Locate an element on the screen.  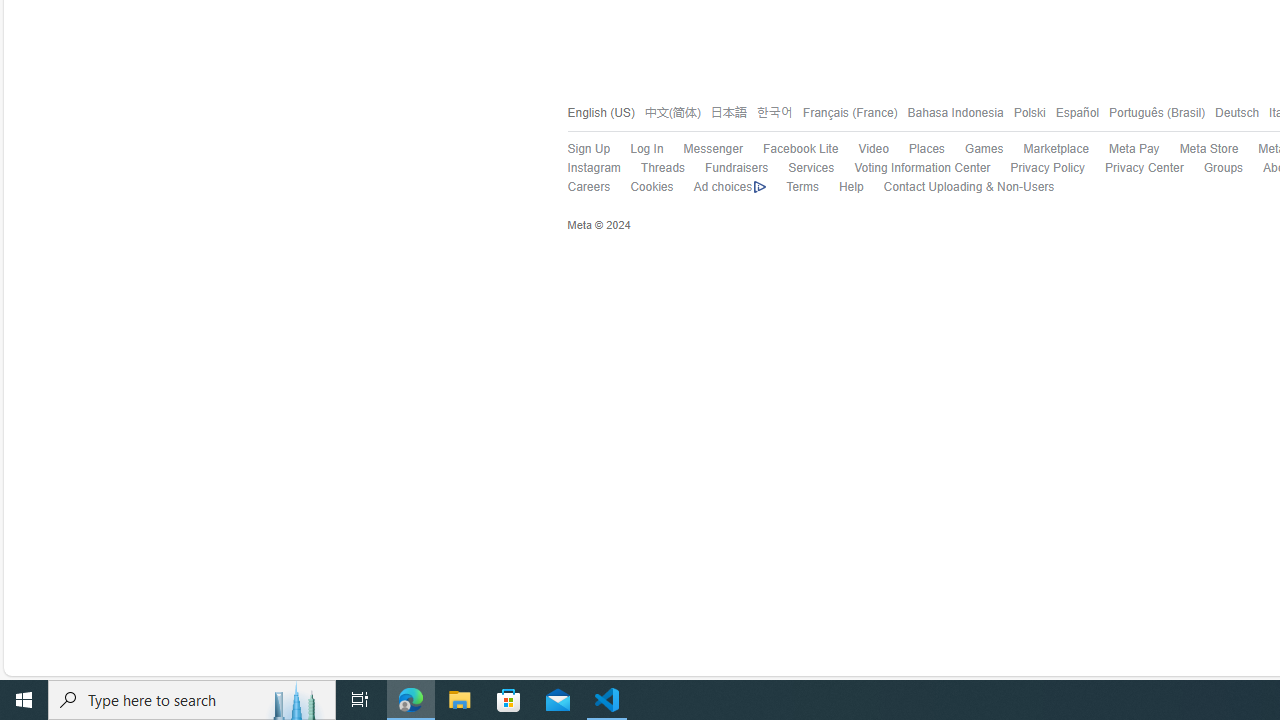
'Sign Up' is located at coordinates (577, 148).